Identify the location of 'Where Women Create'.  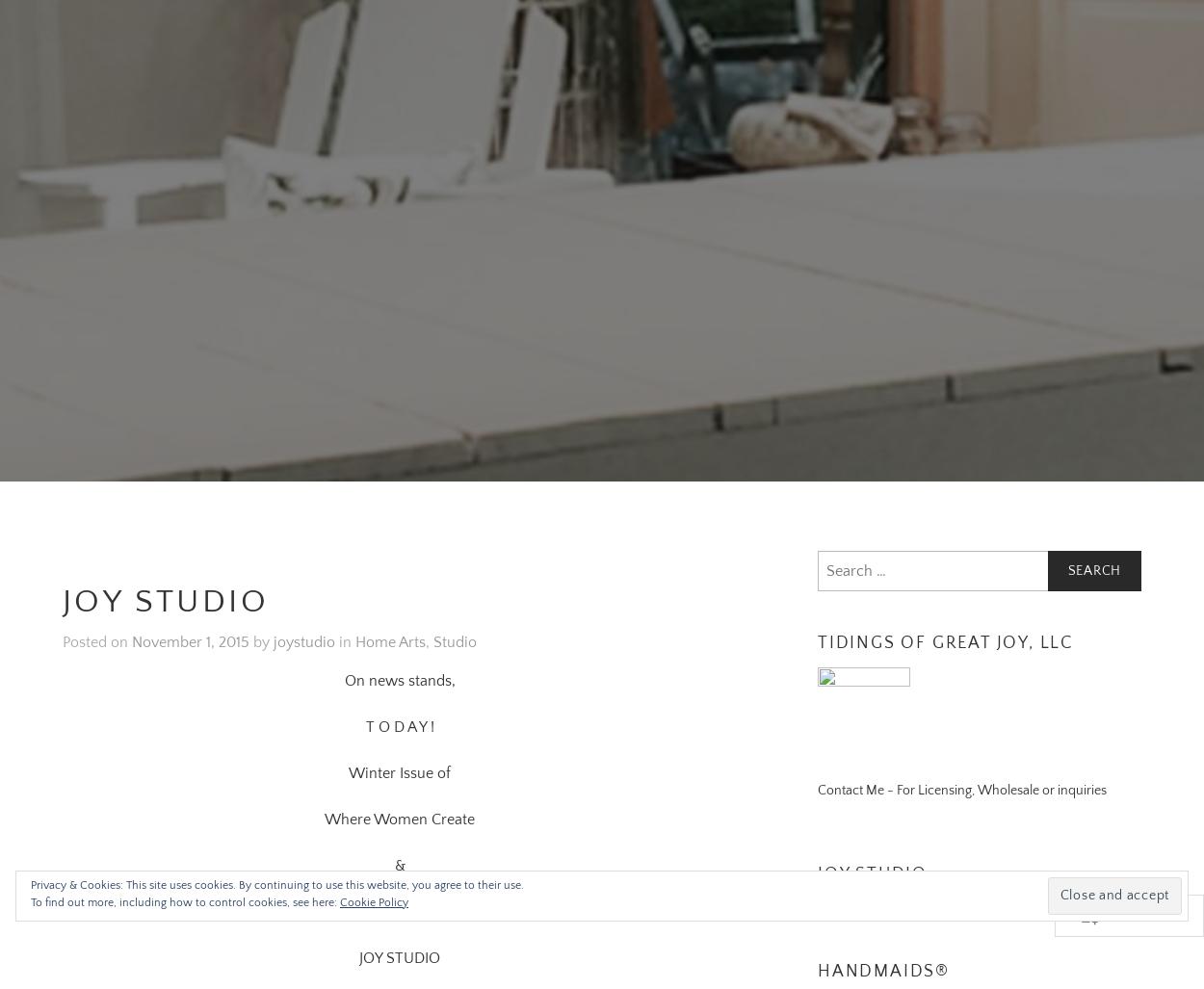
(400, 796).